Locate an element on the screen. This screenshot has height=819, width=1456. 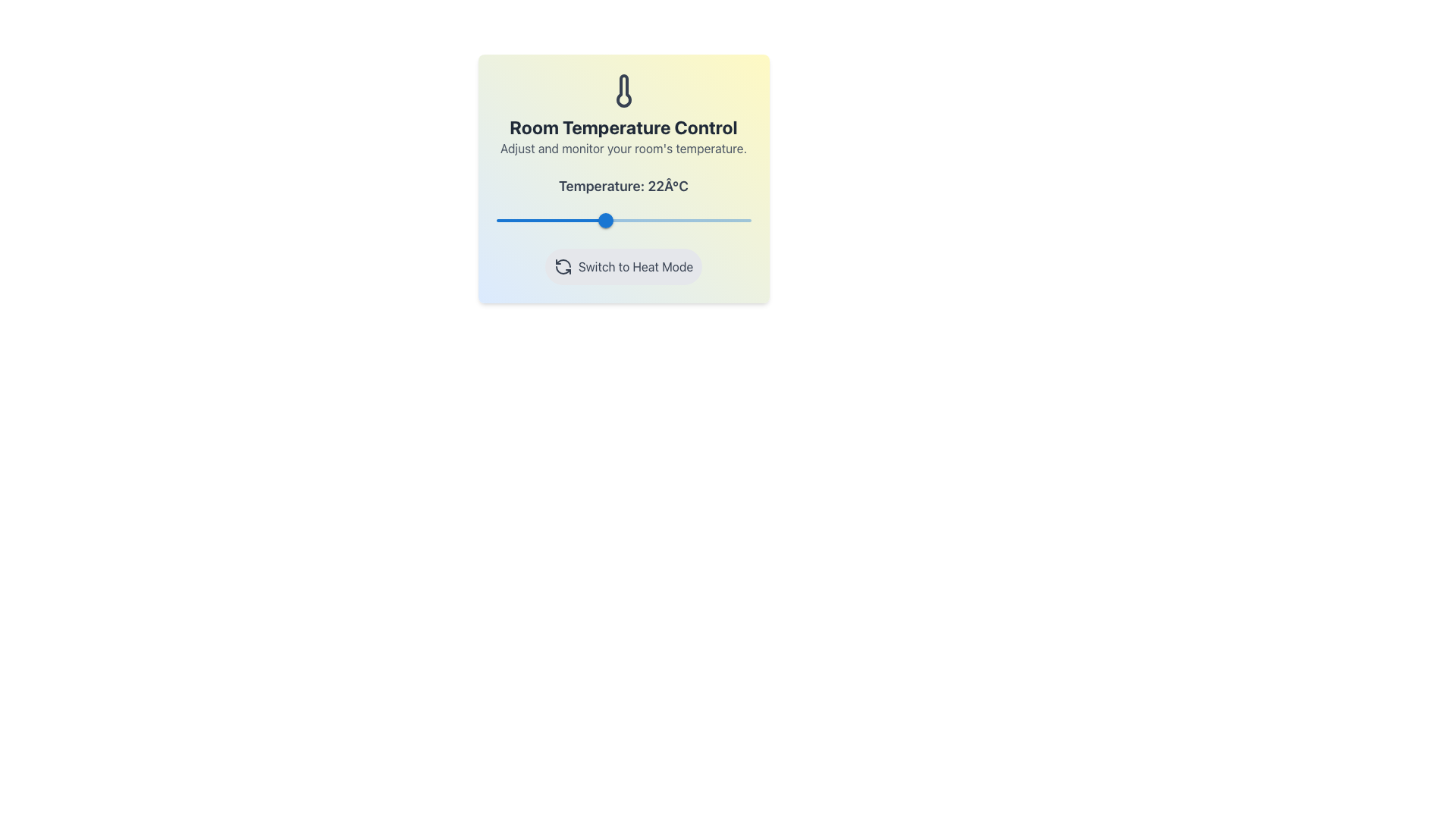
the temperature is located at coordinates (522, 220).